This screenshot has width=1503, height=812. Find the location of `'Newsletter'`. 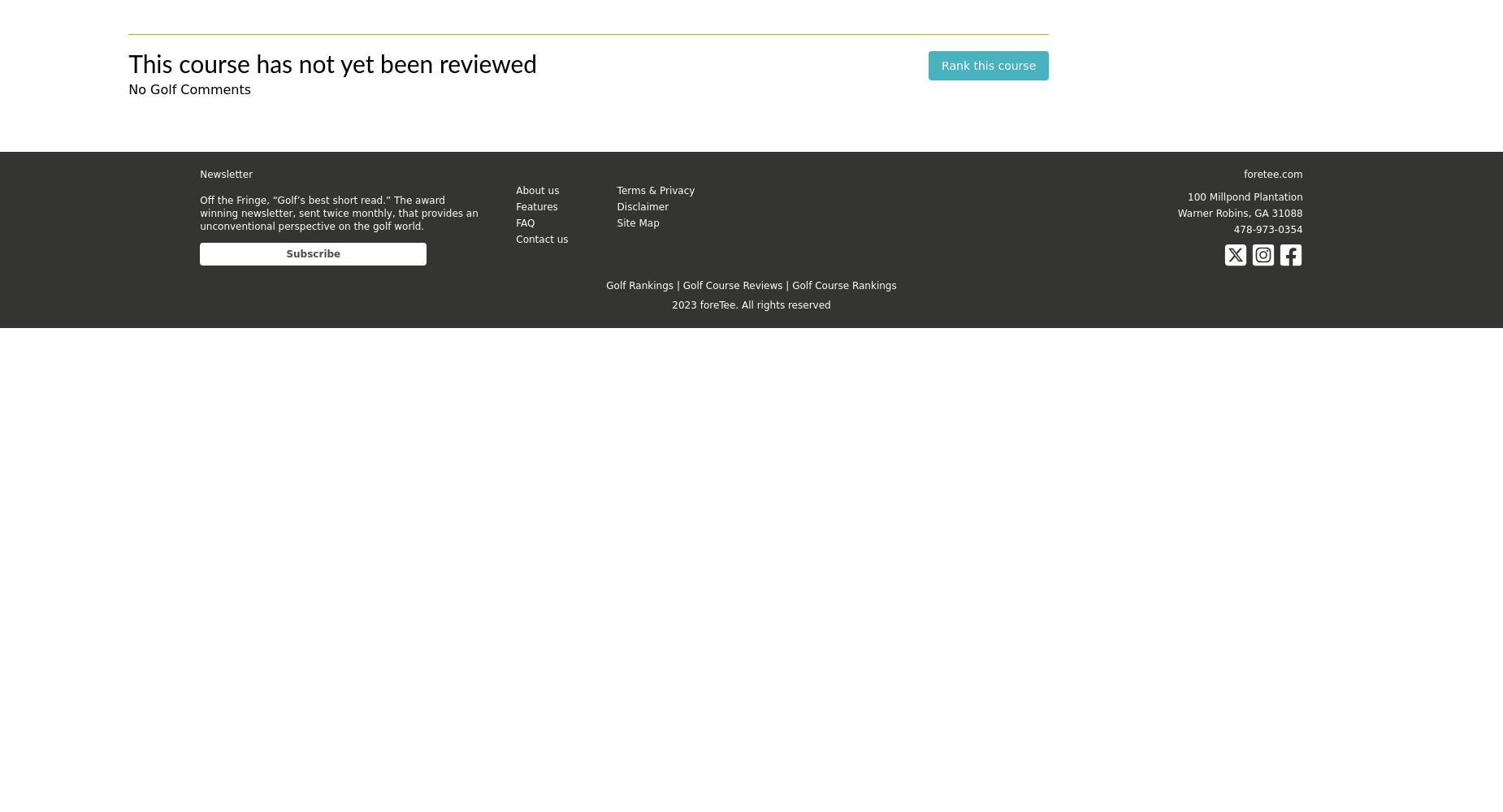

'Newsletter' is located at coordinates (225, 174).